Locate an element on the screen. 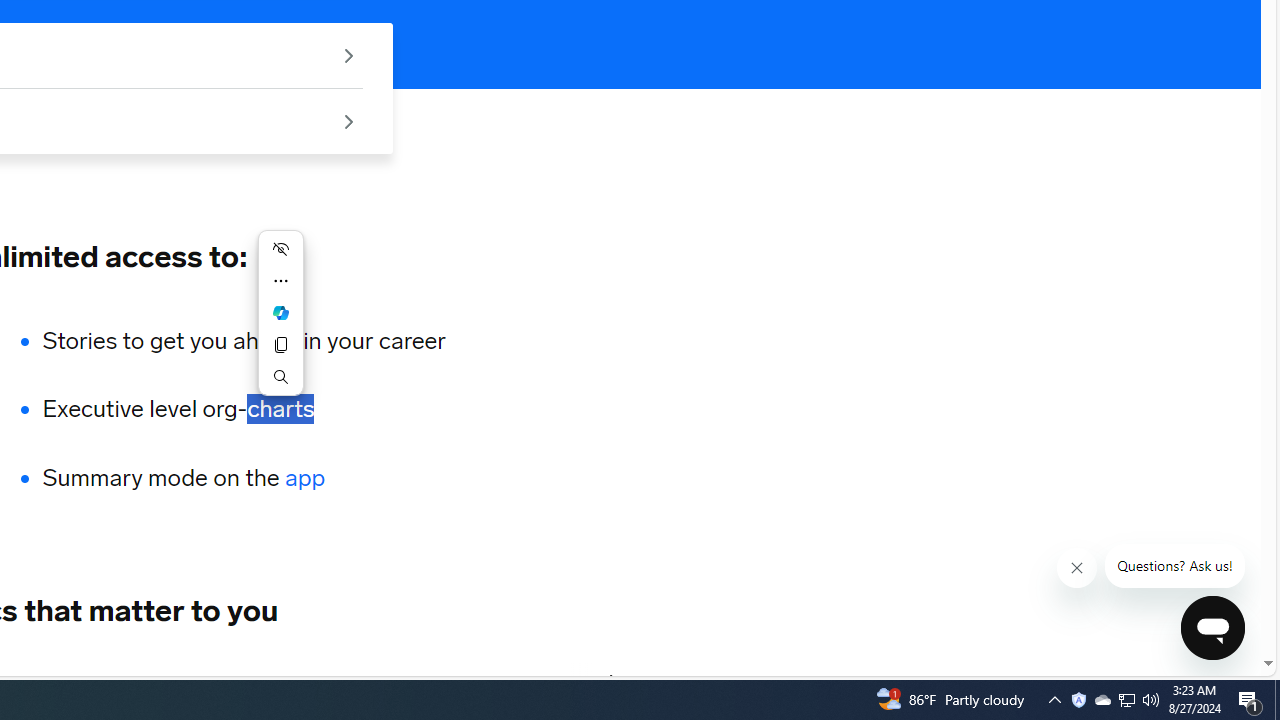 Image resolution: width=1280 pixels, height=720 pixels. 'Class: sc-1uf0igr-1 fjHZYk' is located at coordinates (1076, 568).